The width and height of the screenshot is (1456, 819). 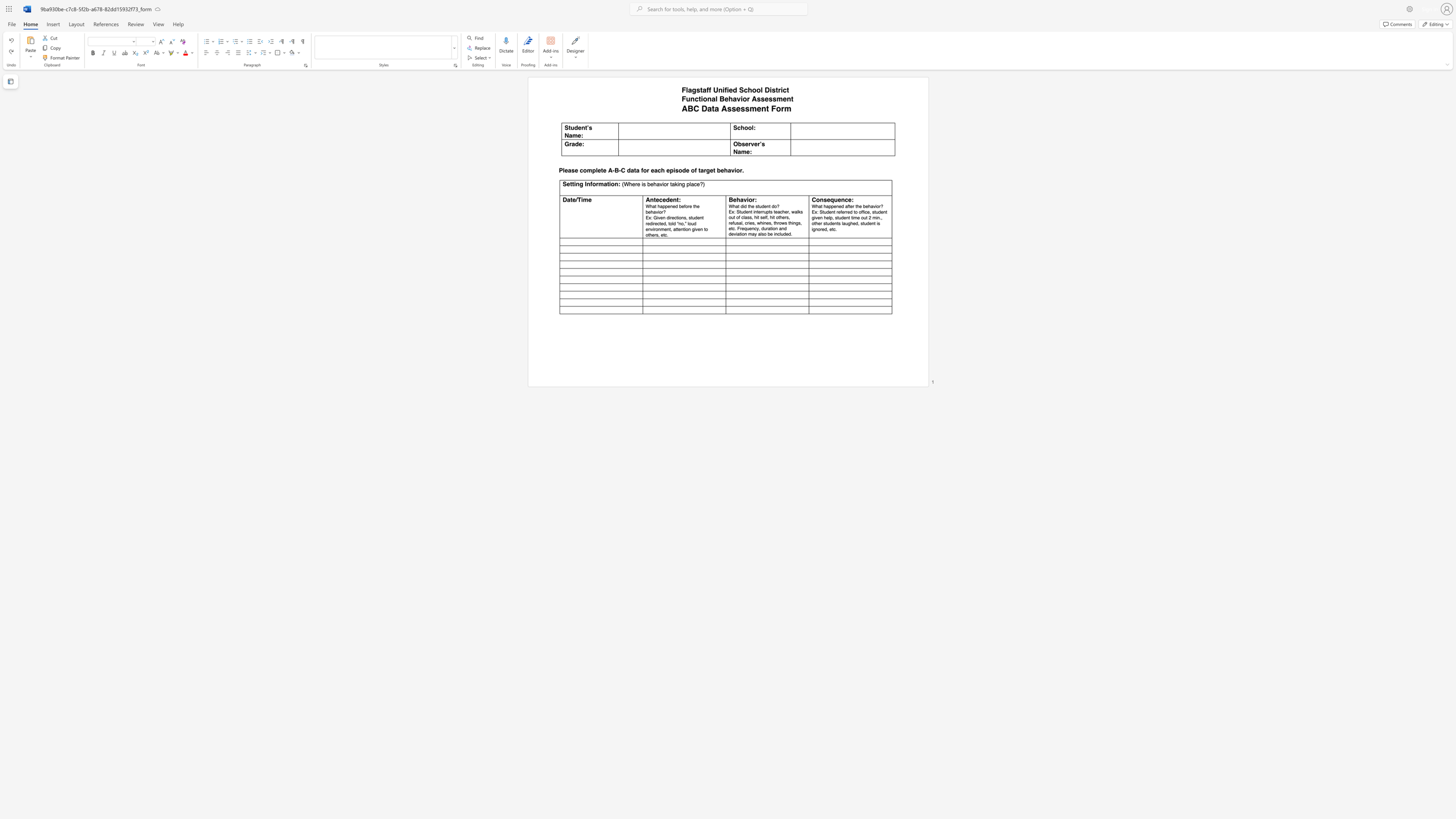 I want to click on the subset text "chool District" within the text "Flagstaff Unified School District", so click(x=743, y=89).